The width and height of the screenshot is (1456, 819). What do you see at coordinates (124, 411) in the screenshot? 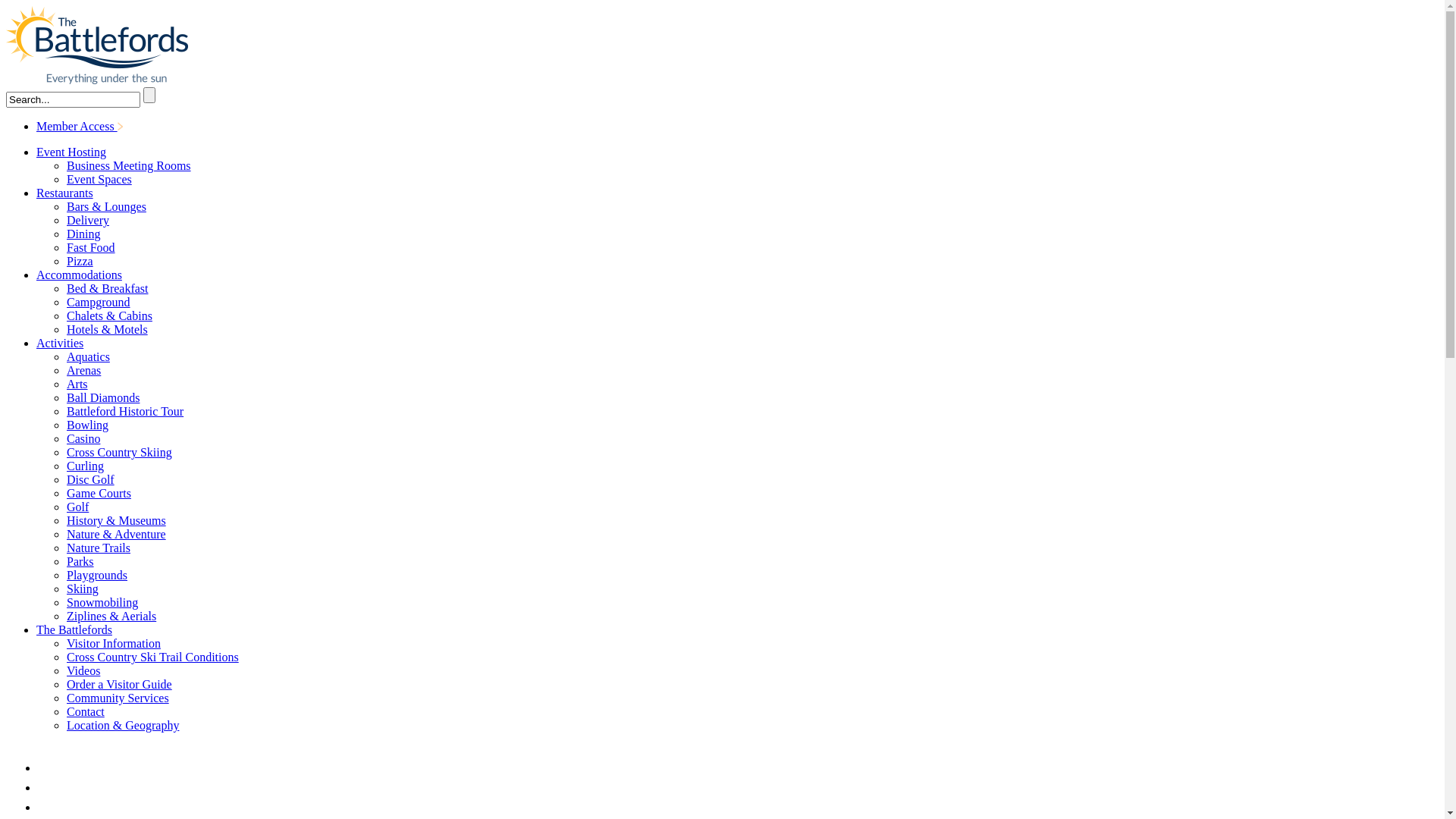
I see `'Battleford Historic Tour'` at bounding box center [124, 411].